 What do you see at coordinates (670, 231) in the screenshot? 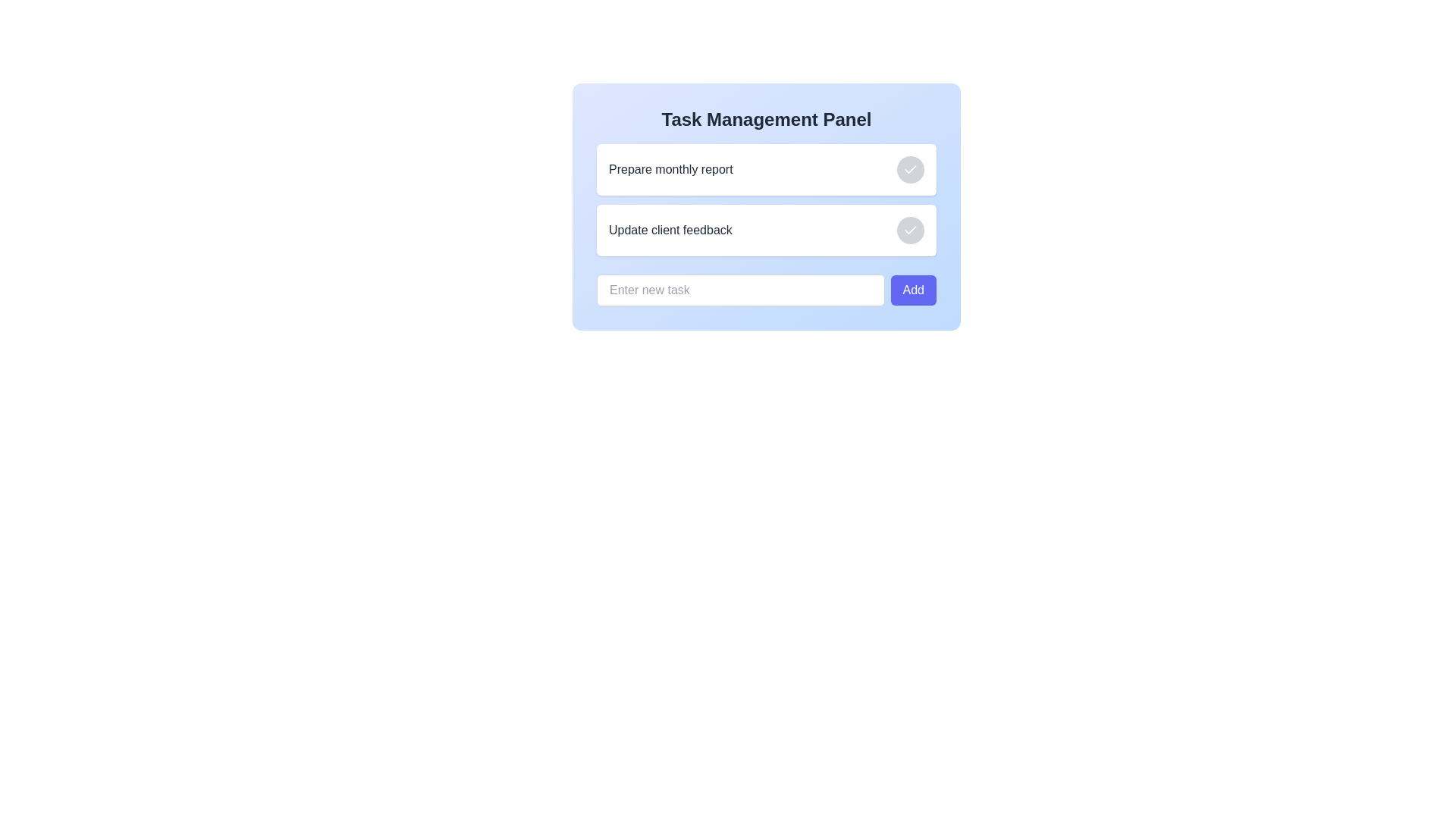
I see `the text label 'Update client feedback' located within the task management interface, which is positioned to the left of a circular button with a checkmark icon` at bounding box center [670, 231].